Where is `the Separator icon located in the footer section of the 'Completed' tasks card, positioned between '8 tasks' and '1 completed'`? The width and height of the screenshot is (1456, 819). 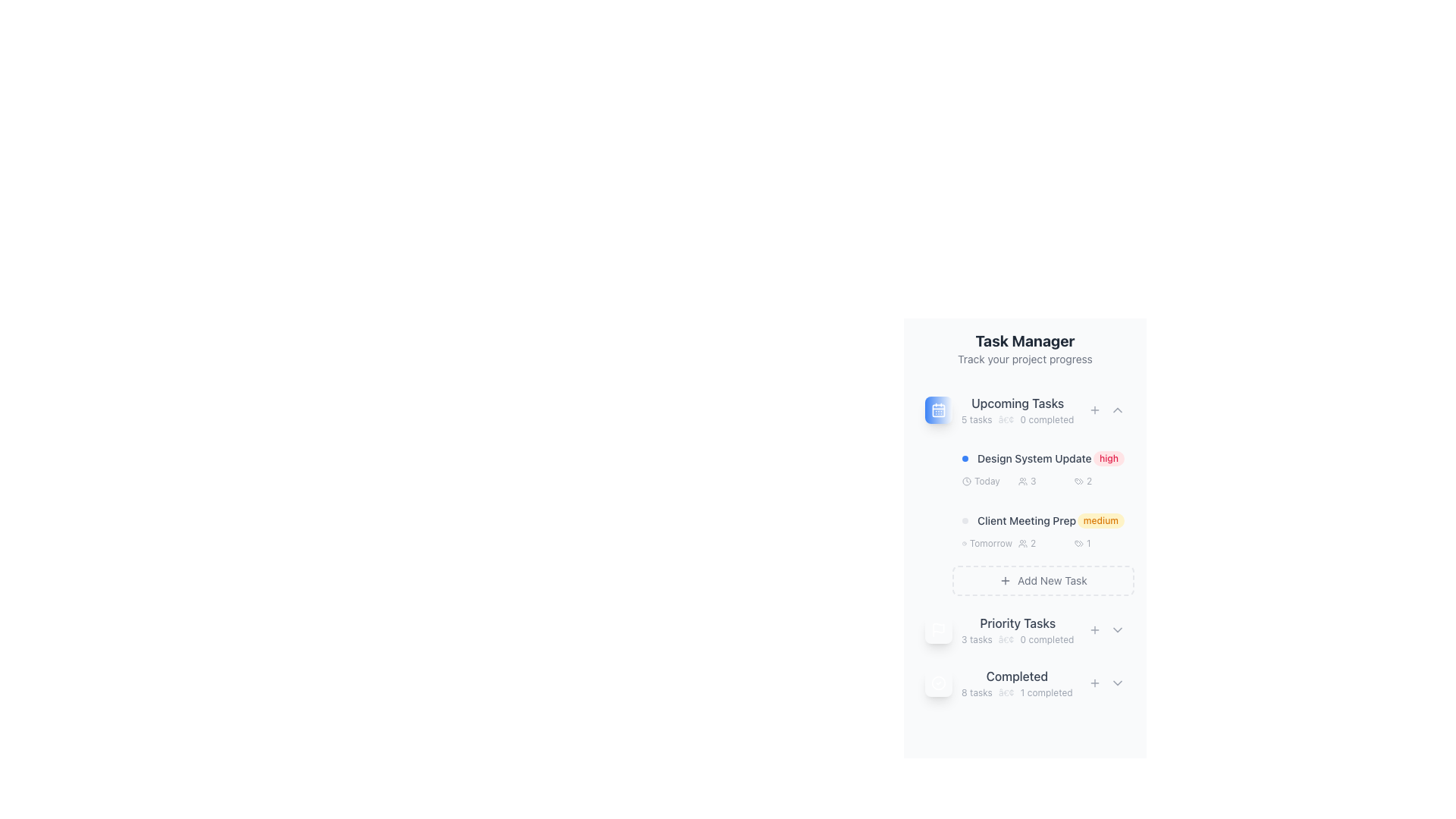
the Separator icon located in the footer section of the 'Completed' tasks card, positioned between '8 tasks' and '1 completed' is located at coordinates (1006, 693).